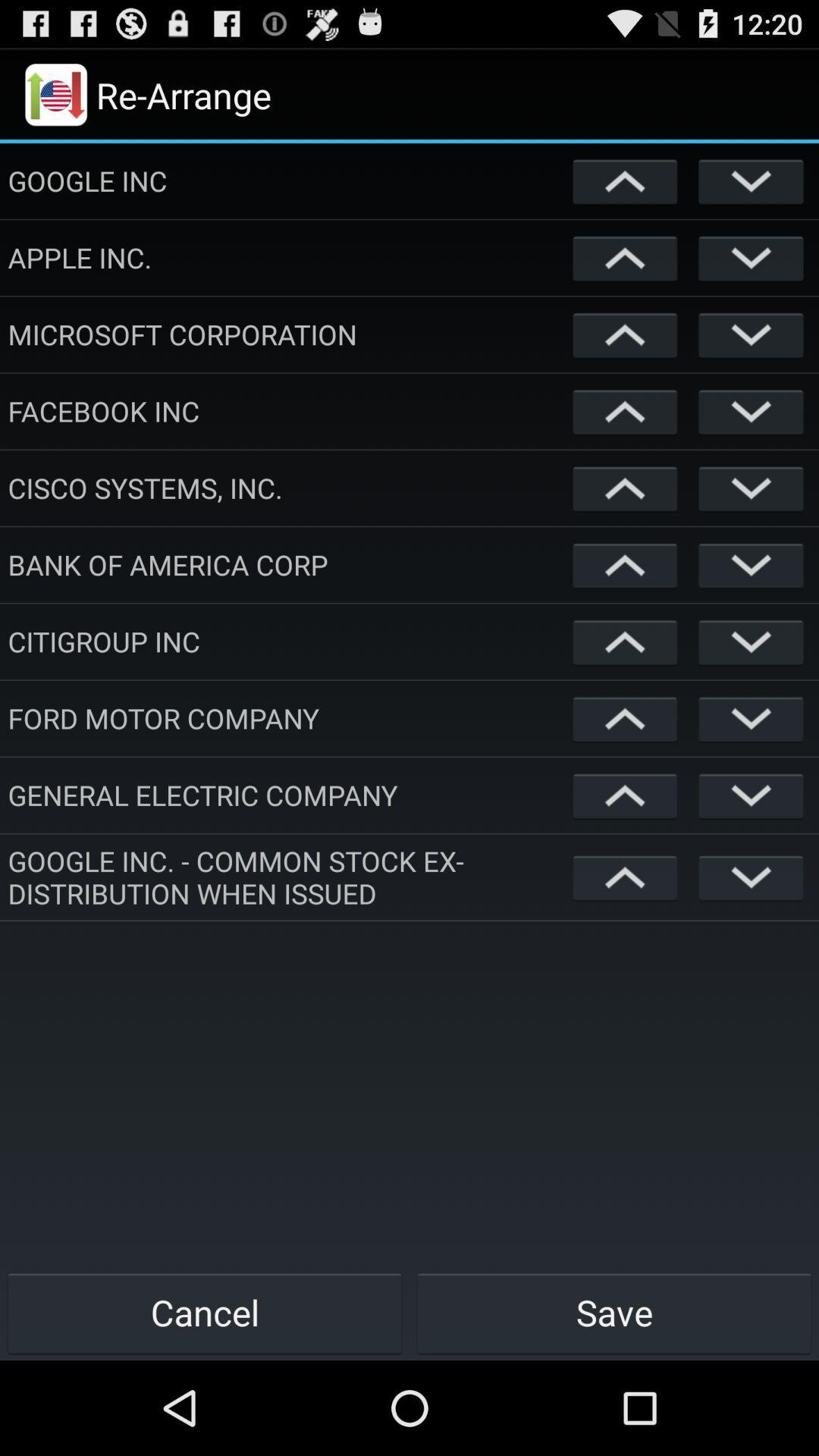 The image size is (819, 1456). I want to click on the ford motor company item, so click(287, 717).